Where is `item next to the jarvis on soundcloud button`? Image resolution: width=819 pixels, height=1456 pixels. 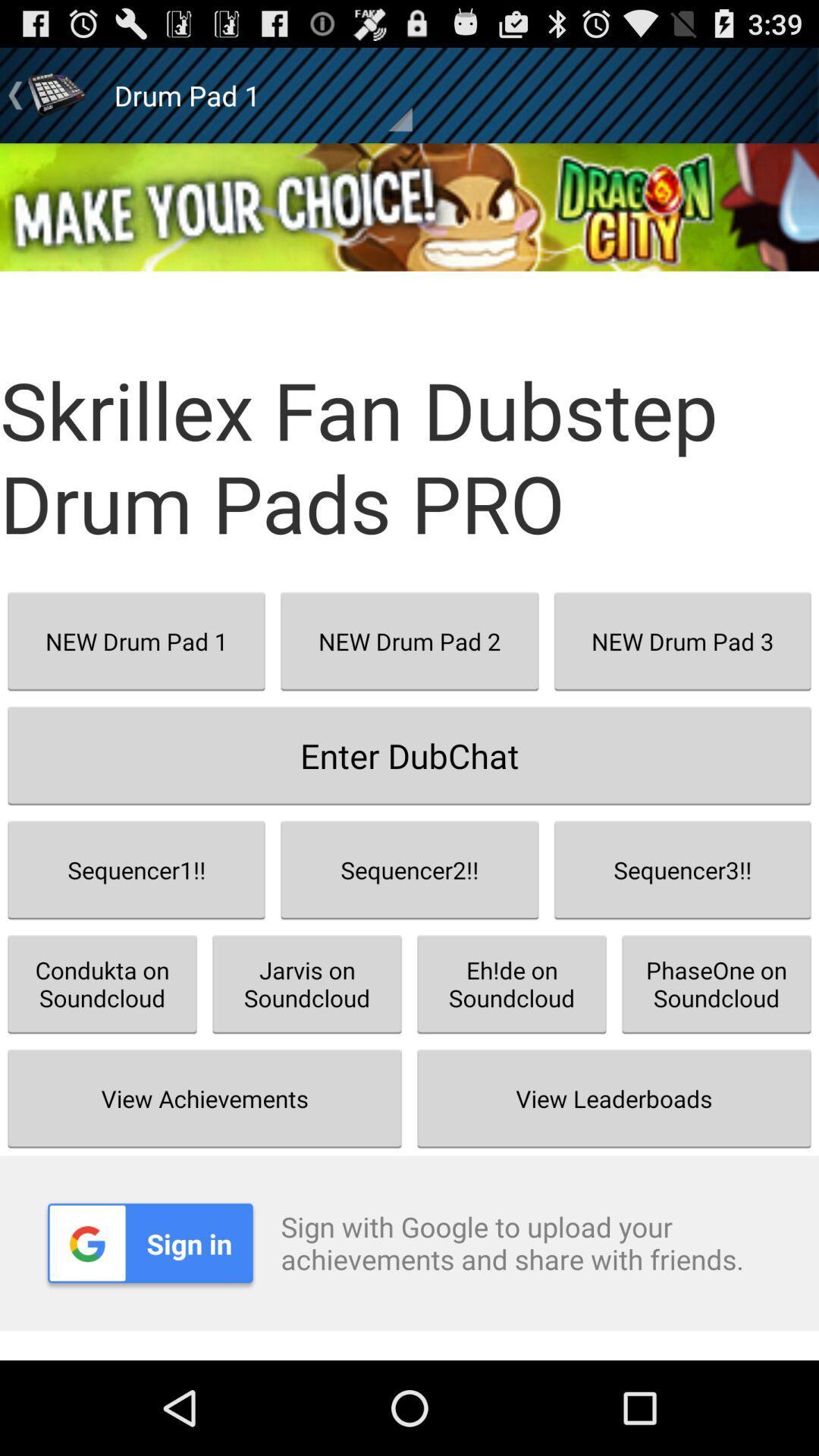 item next to the jarvis on soundcloud button is located at coordinates (512, 984).